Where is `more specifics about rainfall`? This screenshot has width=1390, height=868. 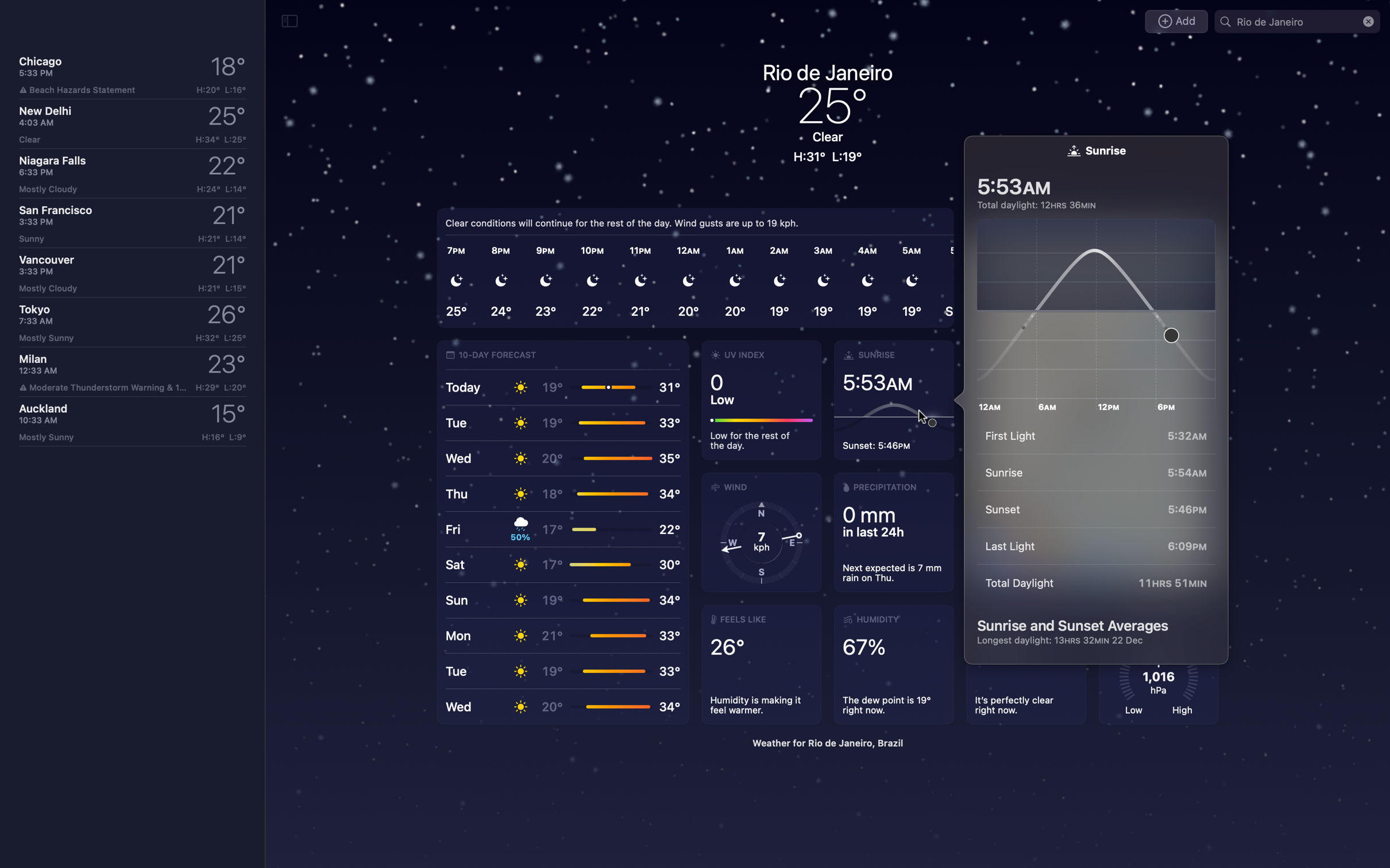
more specifics about rainfall is located at coordinates (892, 532).